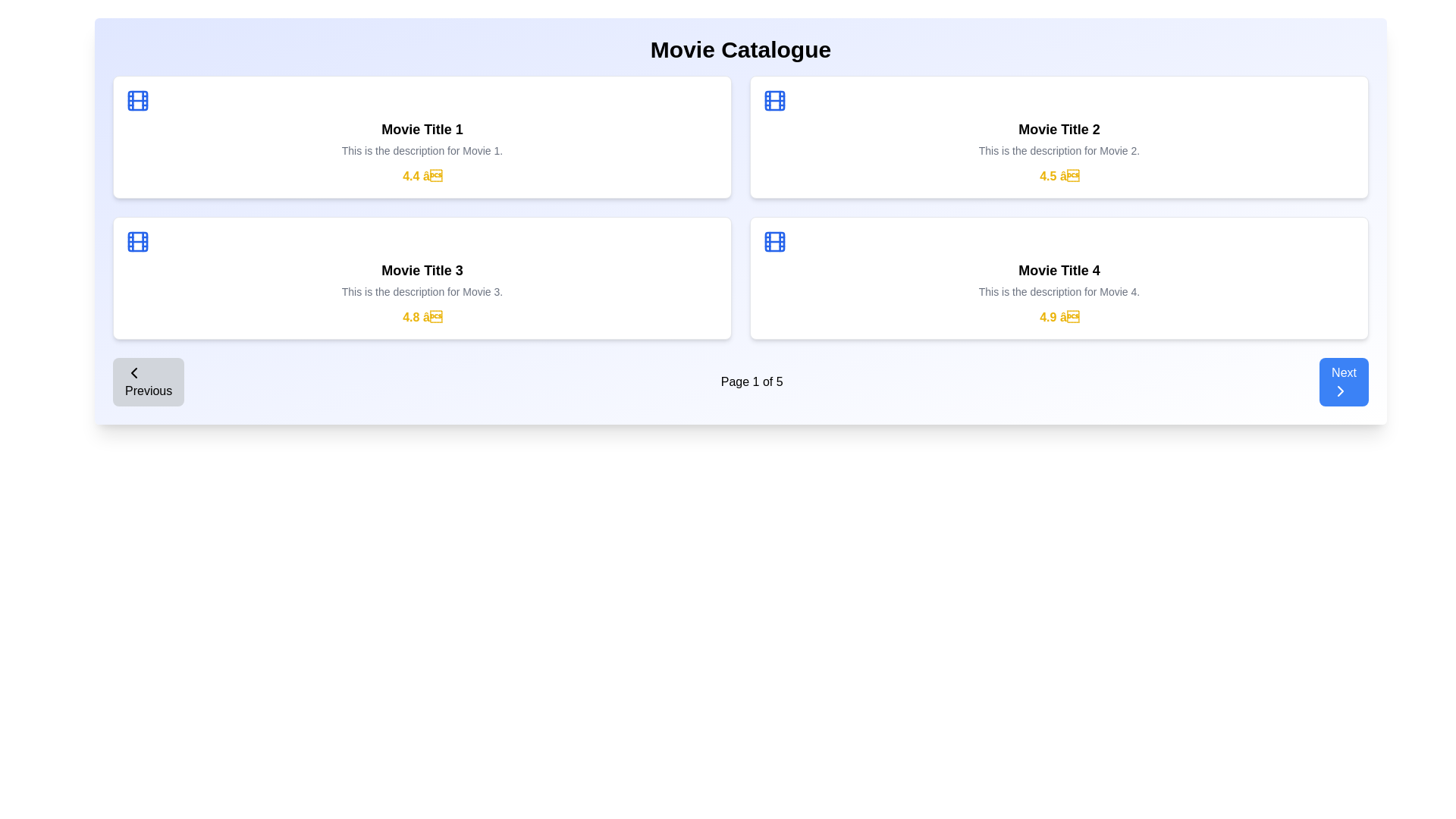 This screenshot has height=819, width=1456. Describe the element at coordinates (775, 241) in the screenshot. I see `the blue filmstrip icon associated with 'Movie Title 4', located in the upper-left corner of the movie card` at that location.